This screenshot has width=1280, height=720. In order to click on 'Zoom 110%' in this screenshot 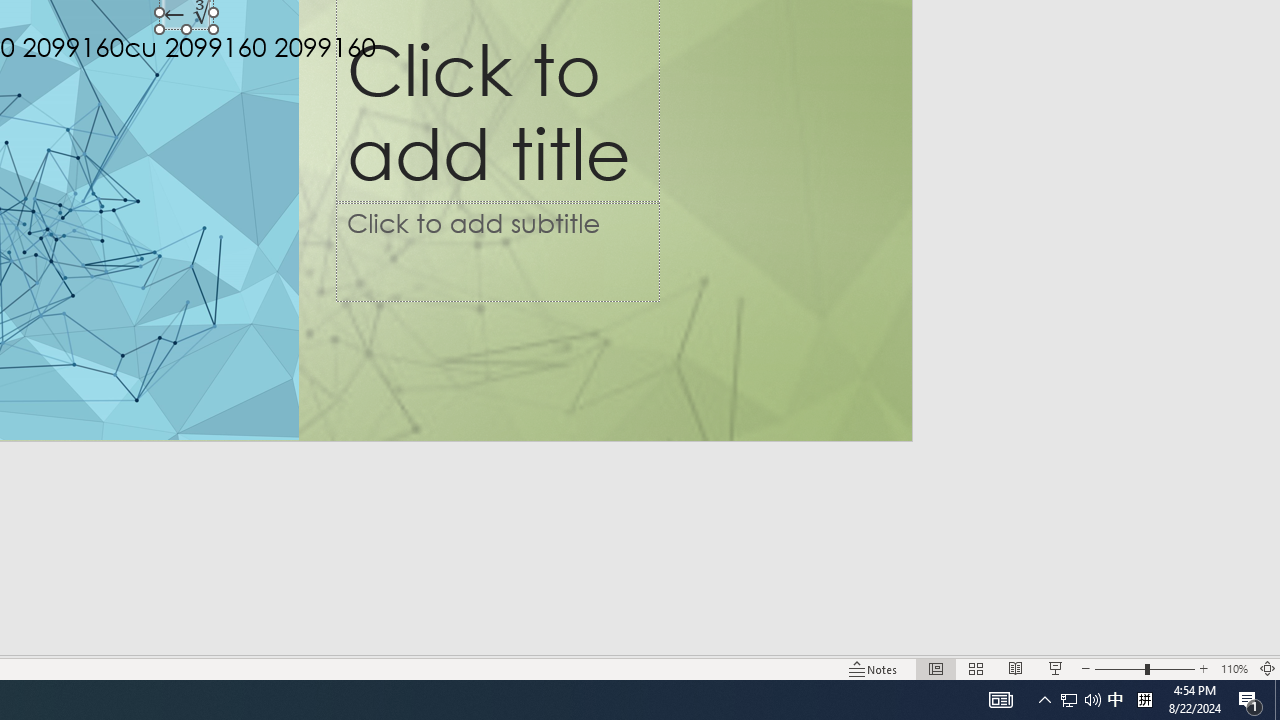, I will do `click(1233, 669)`.